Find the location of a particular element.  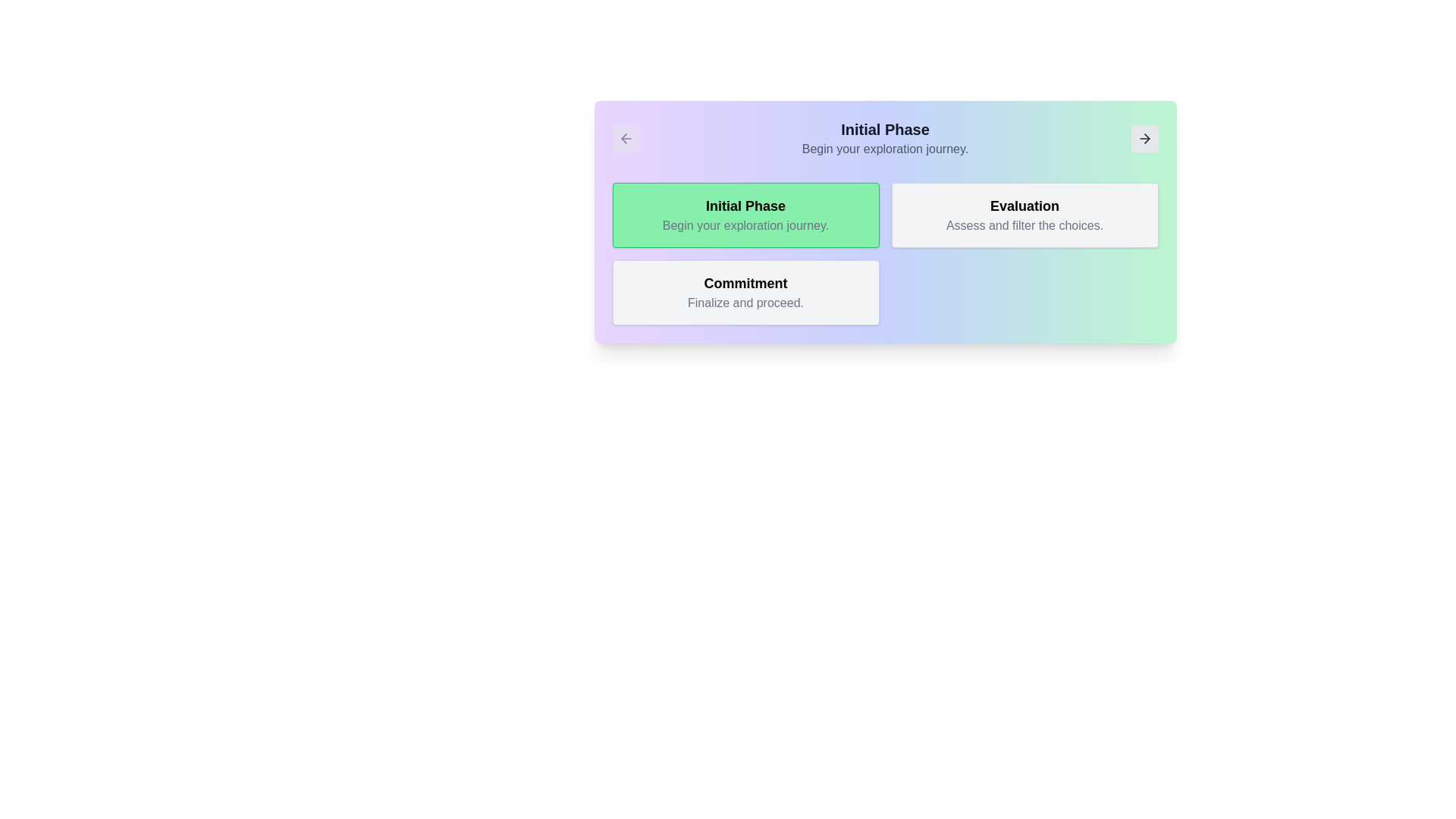

the text 'Initial Phase' which is displayed in a bold, prominent sans-serif font within a green background box with rounded corners is located at coordinates (745, 206).